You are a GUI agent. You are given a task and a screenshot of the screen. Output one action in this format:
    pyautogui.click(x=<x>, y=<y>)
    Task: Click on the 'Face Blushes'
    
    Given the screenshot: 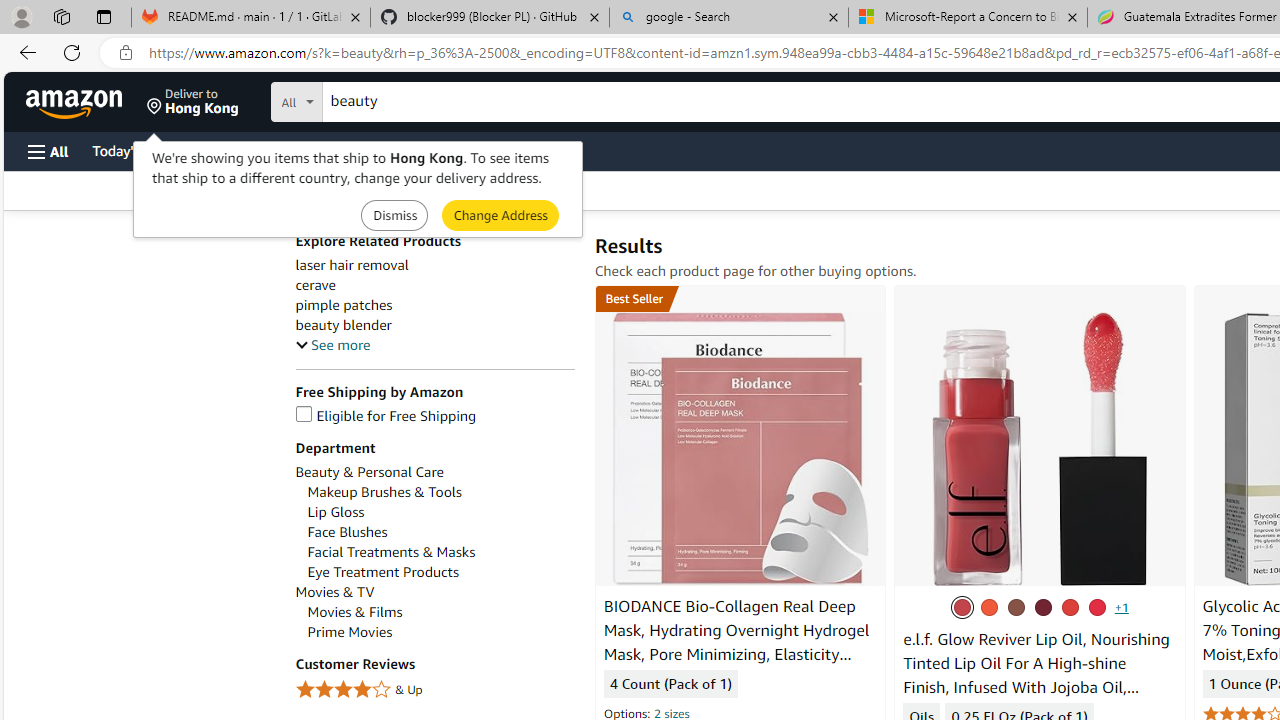 What is the action you would take?
    pyautogui.click(x=439, y=531)
    